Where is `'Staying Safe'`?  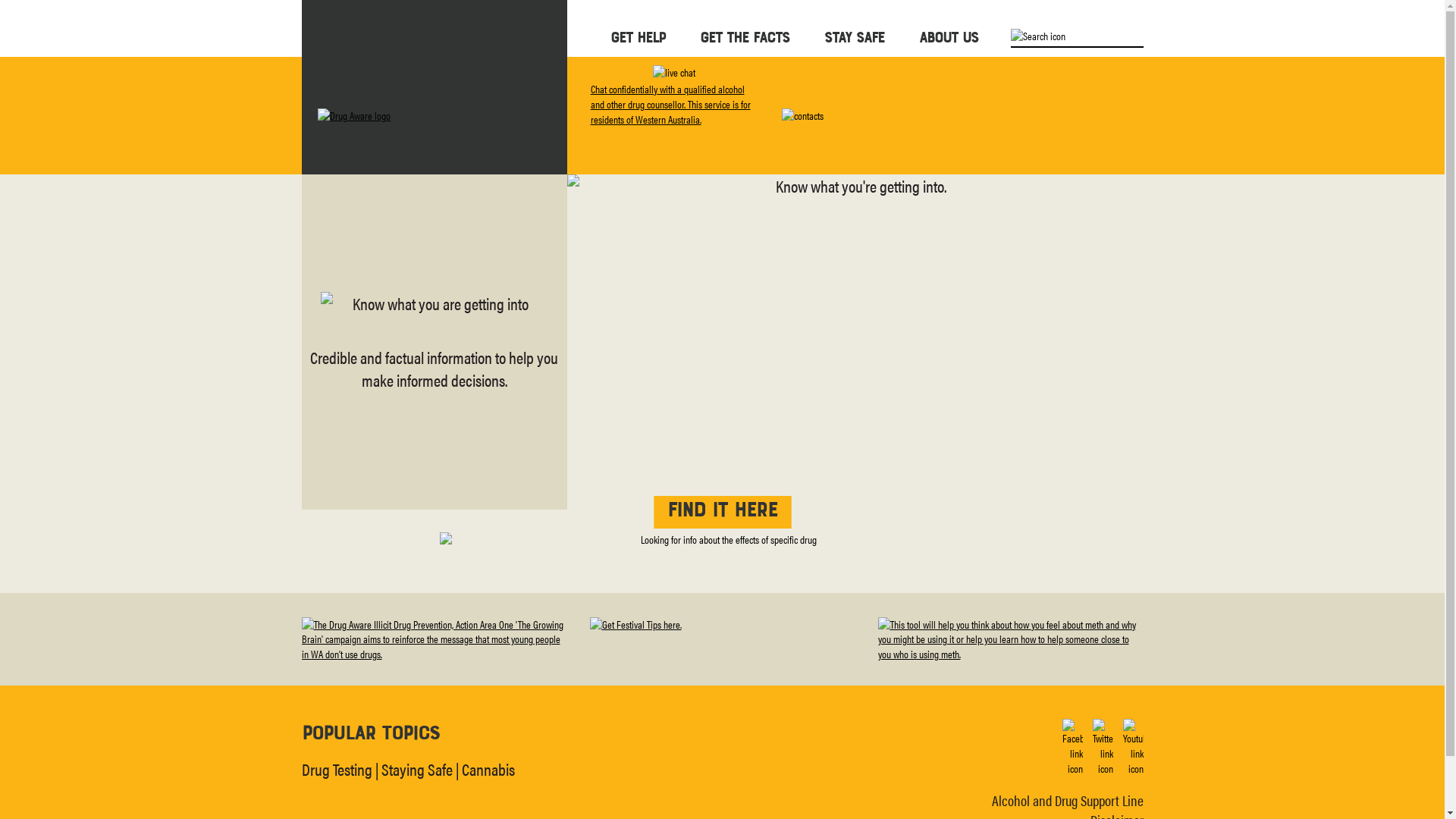
'Staying Safe' is located at coordinates (416, 768).